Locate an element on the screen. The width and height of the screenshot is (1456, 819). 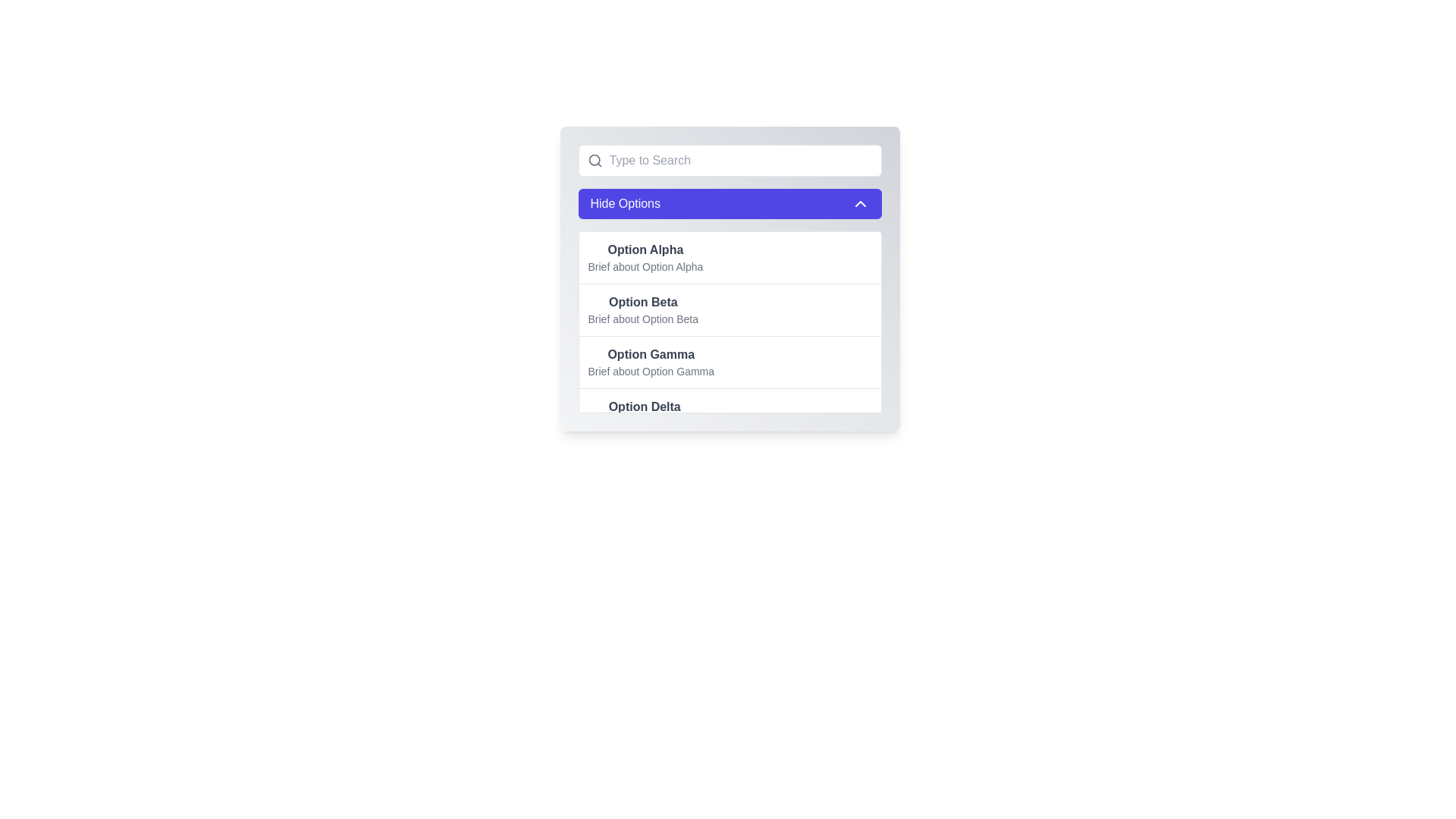
the first selectable list item titled 'Option Alpha' which displays a bold title and a brief description, located below the 'Hide Options' section header is located at coordinates (645, 256).